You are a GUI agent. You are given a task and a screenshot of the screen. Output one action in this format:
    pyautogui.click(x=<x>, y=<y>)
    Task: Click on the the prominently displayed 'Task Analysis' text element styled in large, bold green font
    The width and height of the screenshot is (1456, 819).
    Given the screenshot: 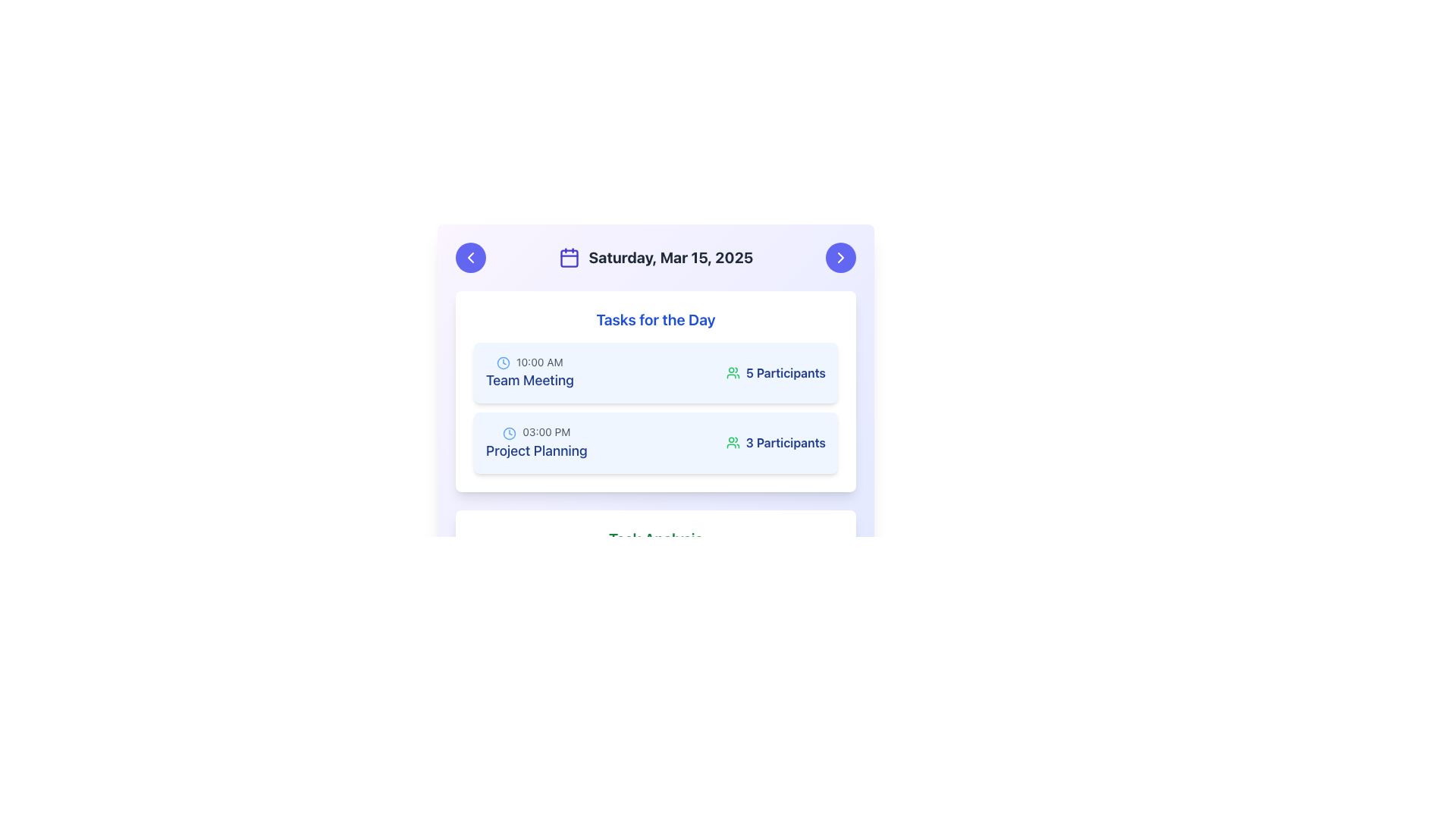 What is the action you would take?
    pyautogui.click(x=655, y=537)
    